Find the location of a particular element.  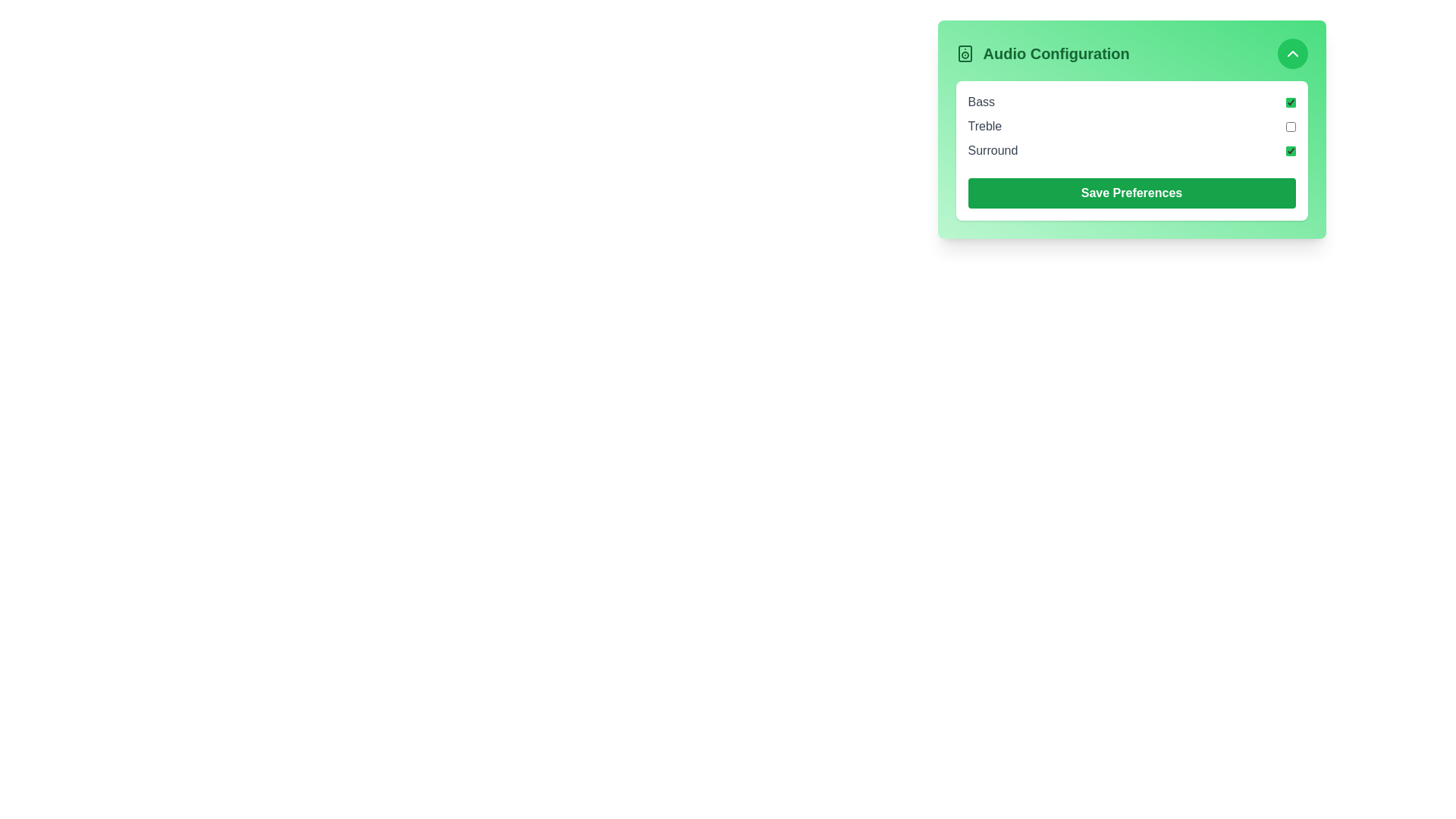

the green-accented checkbox indicating the active state next to the label 'Surround' in the 'Audio Configuration' card is located at coordinates (1290, 151).